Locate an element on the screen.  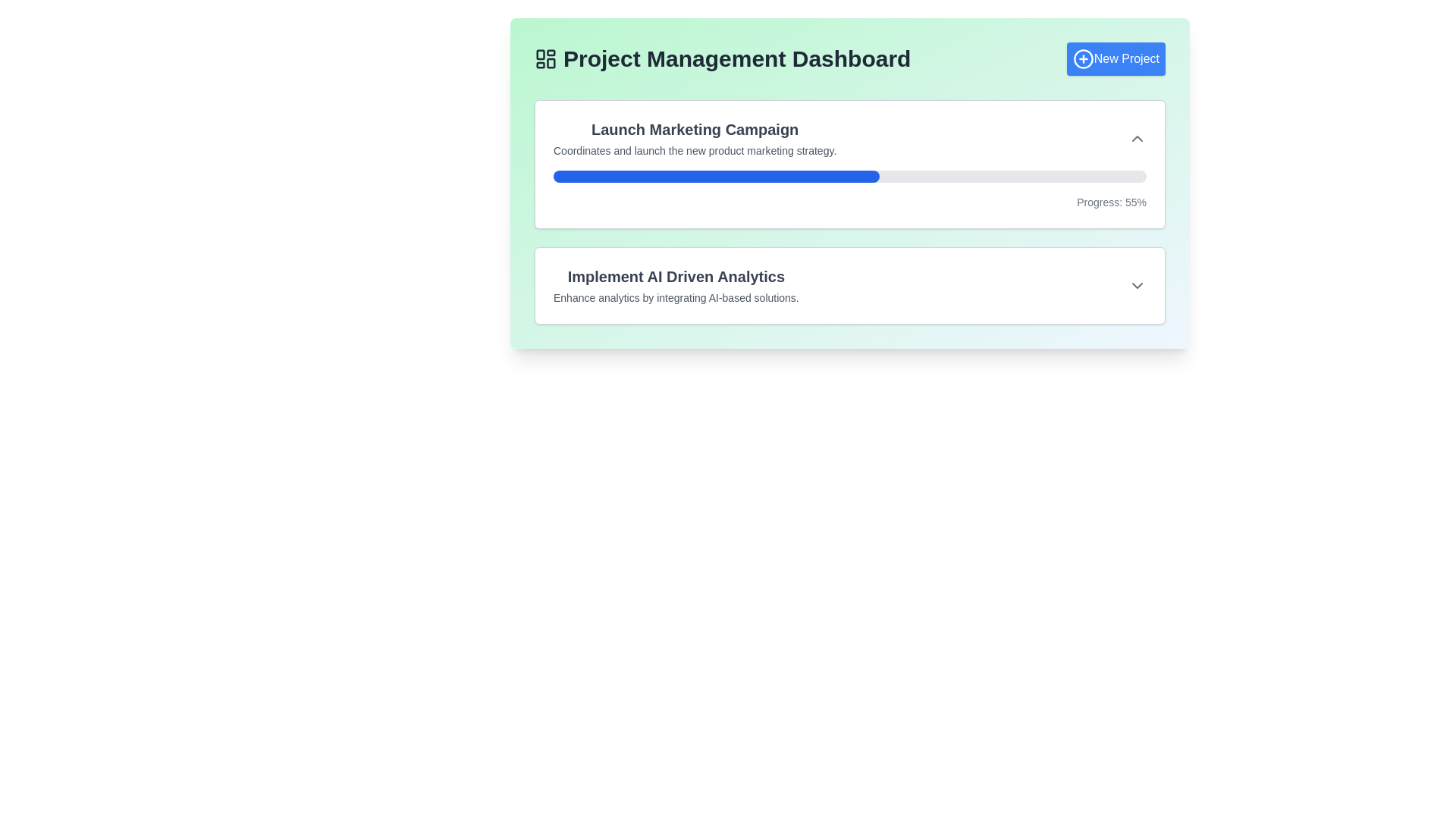
the horizontal progress bar located under the text 'Launch Marketing Campaign' and above 'Progress: 55%' is located at coordinates (850, 175).